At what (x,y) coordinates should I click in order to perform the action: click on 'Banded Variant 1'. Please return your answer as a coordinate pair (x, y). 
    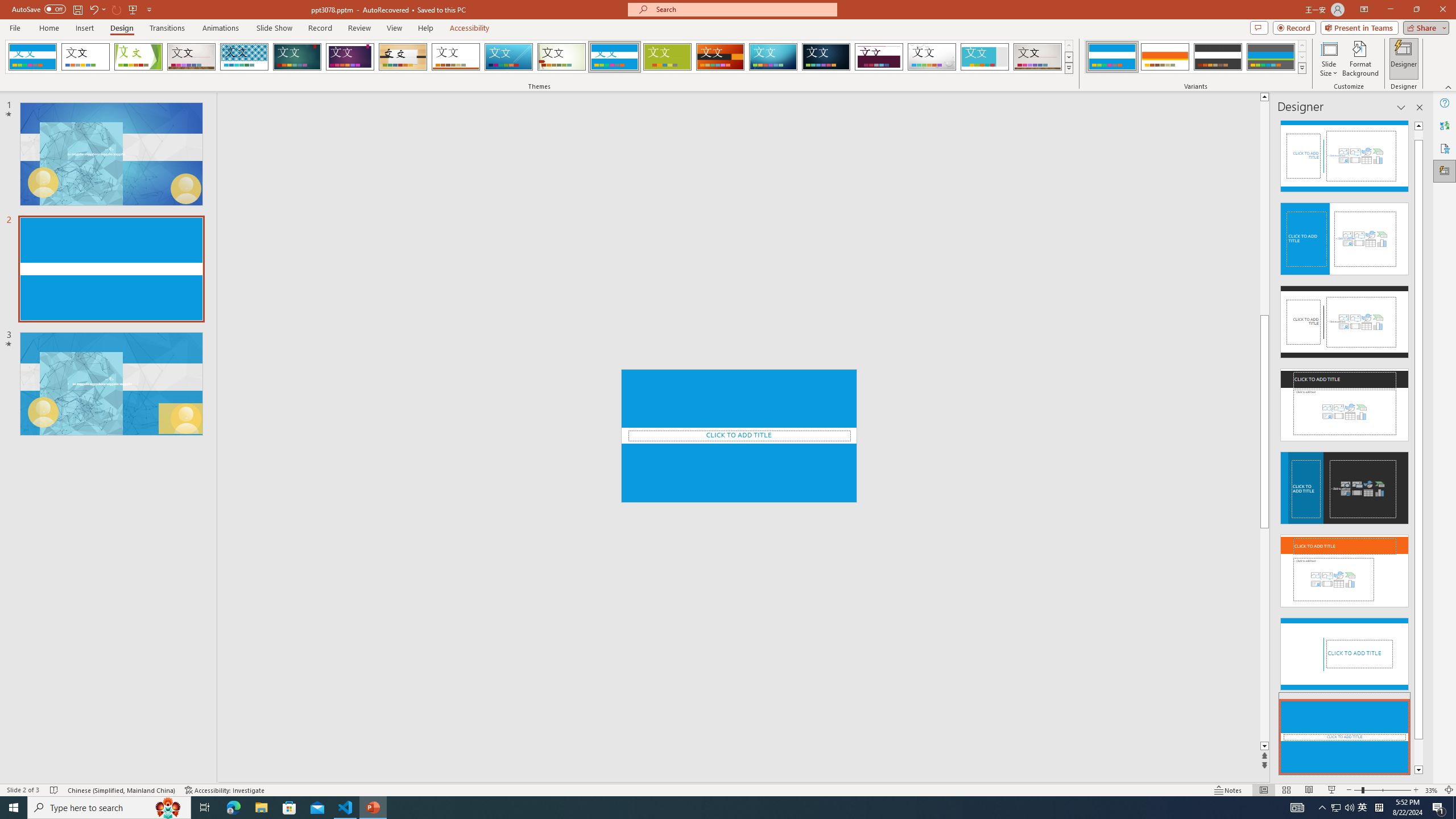
    Looking at the image, I should click on (1111, 56).